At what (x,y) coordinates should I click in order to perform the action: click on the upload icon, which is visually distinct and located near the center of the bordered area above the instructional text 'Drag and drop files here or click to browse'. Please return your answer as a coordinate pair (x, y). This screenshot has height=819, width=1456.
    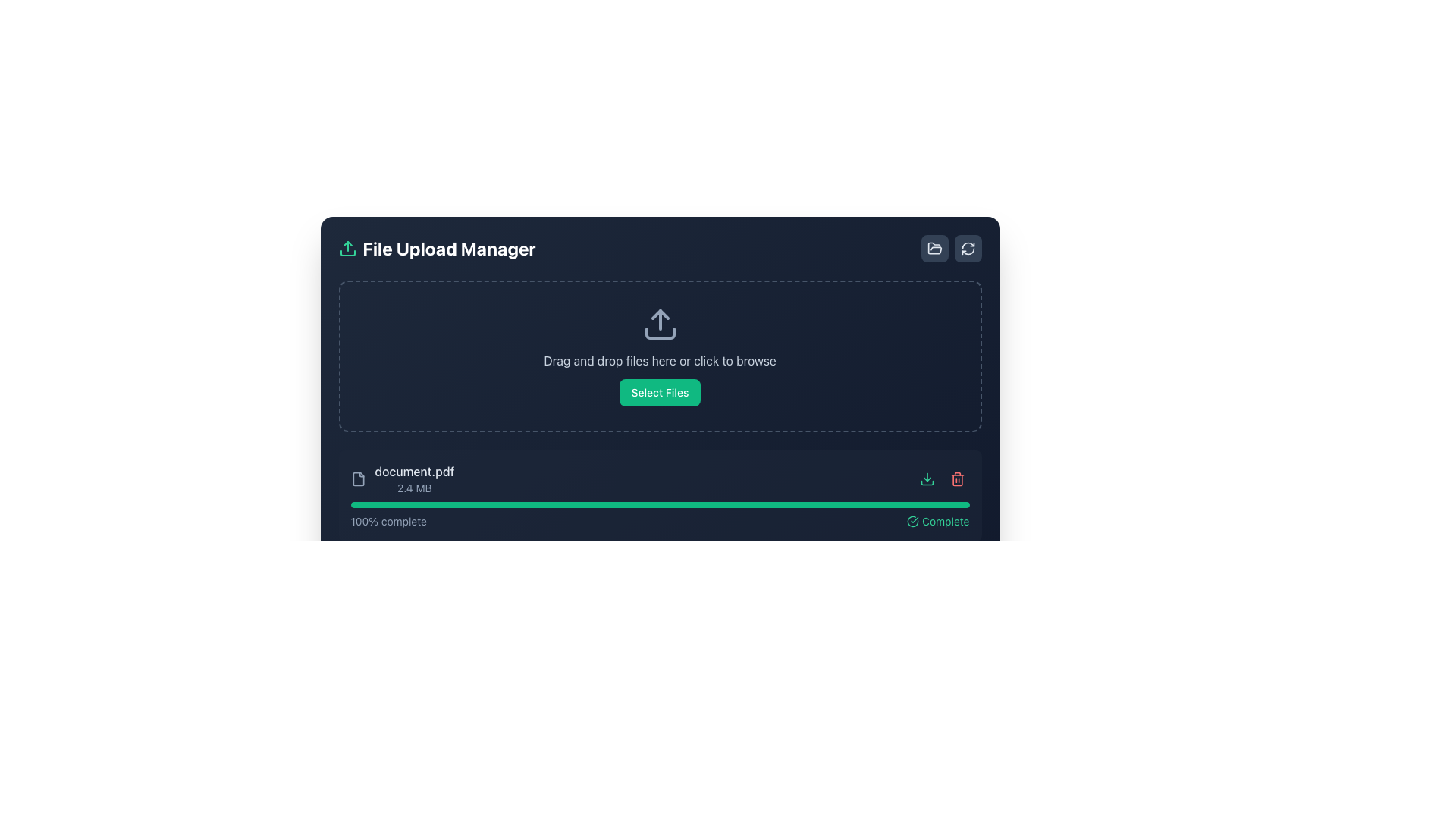
    Looking at the image, I should click on (660, 324).